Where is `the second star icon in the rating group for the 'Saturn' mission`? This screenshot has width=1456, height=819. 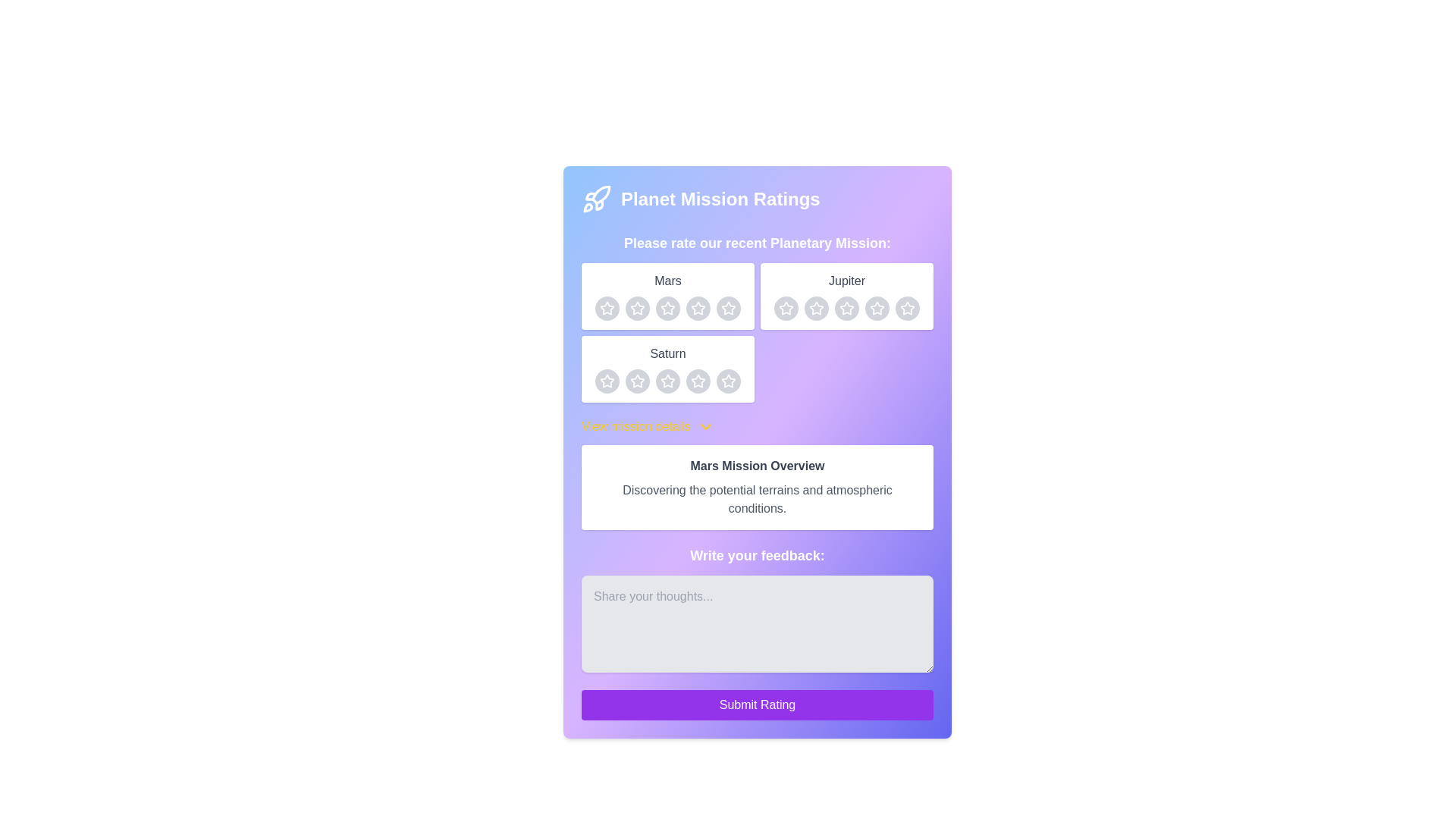
the second star icon in the rating group for the 'Saturn' mission is located at coordinates (637, 380).